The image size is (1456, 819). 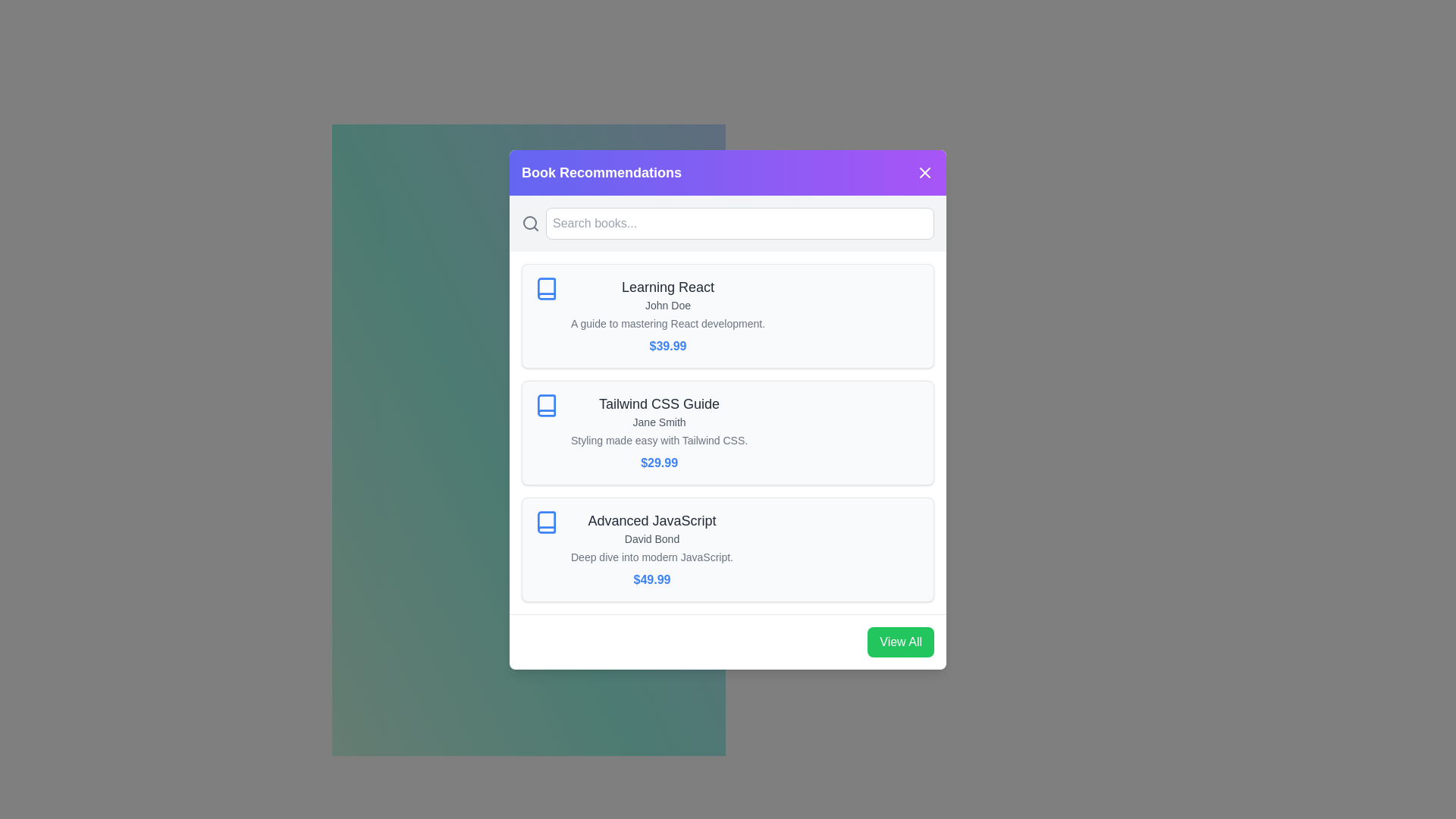 I want to click on the static text block that describes the book 'Tailwind CSS Guide', located between the author name 'Jane Smith' and the price '$29.99', so click(x=659, y=440).